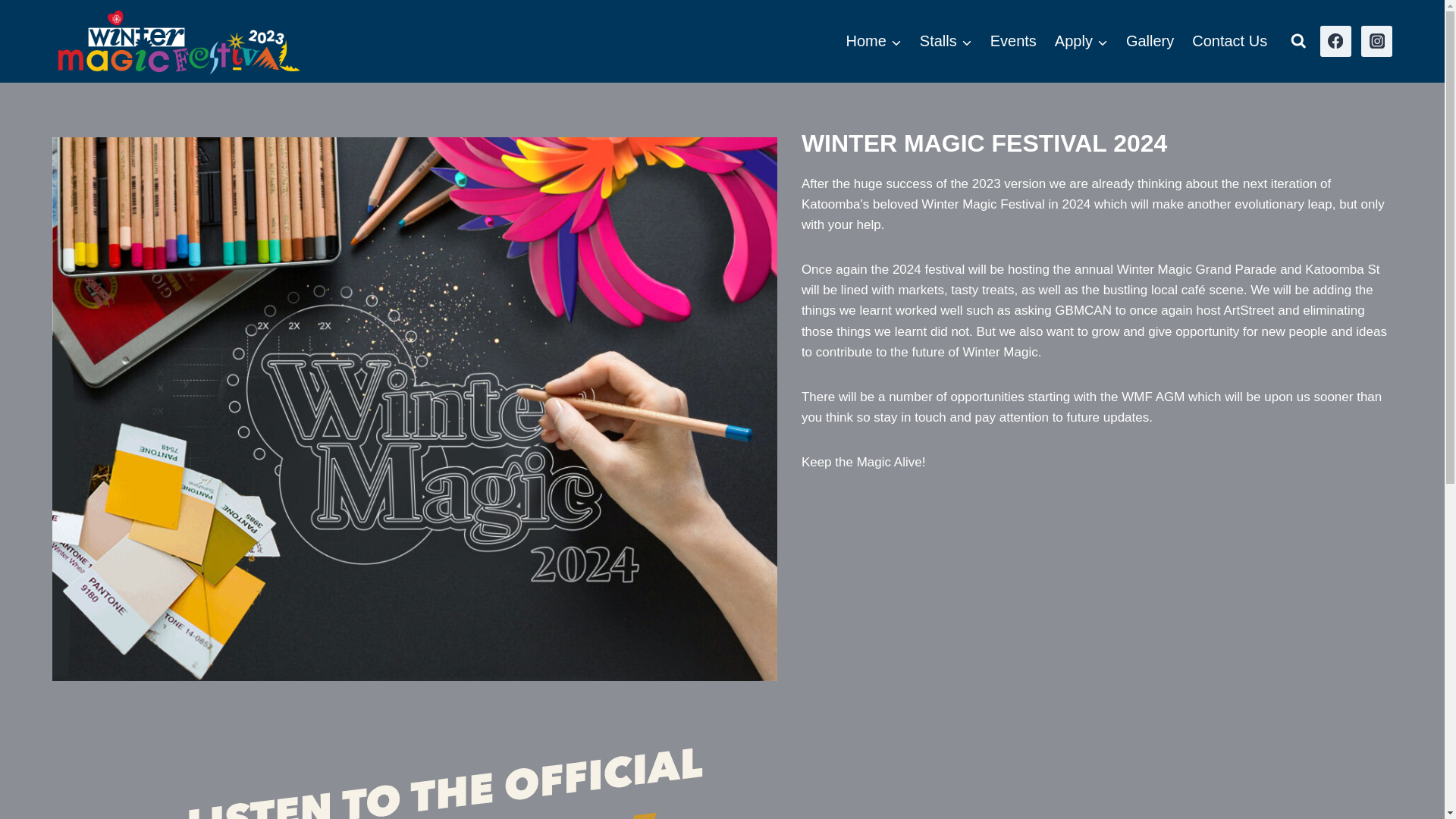 The height and width of the screenshot is (819, 1456). I want to click on 'Contact Us', so click(1182, 40).